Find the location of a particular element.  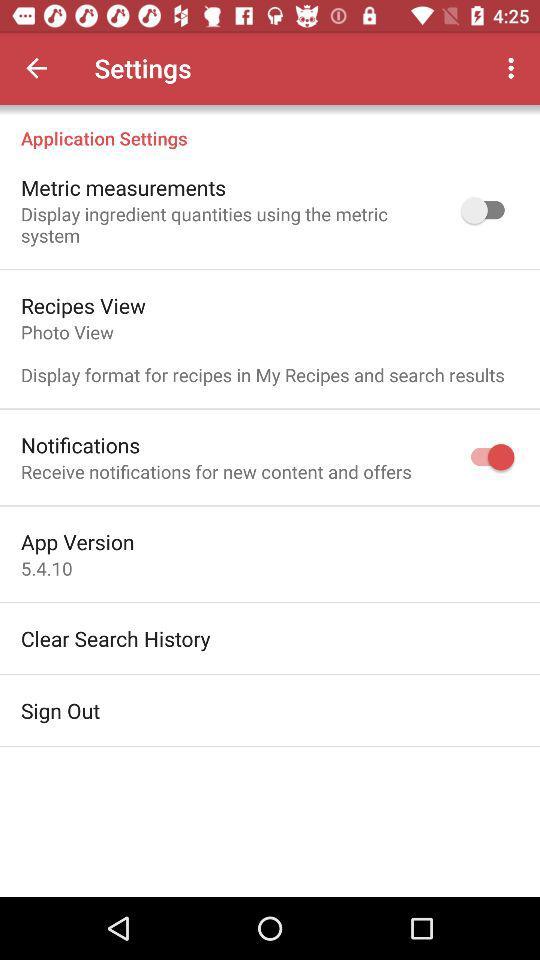

app to the left of the settings item is located at coordinates (36, 68).